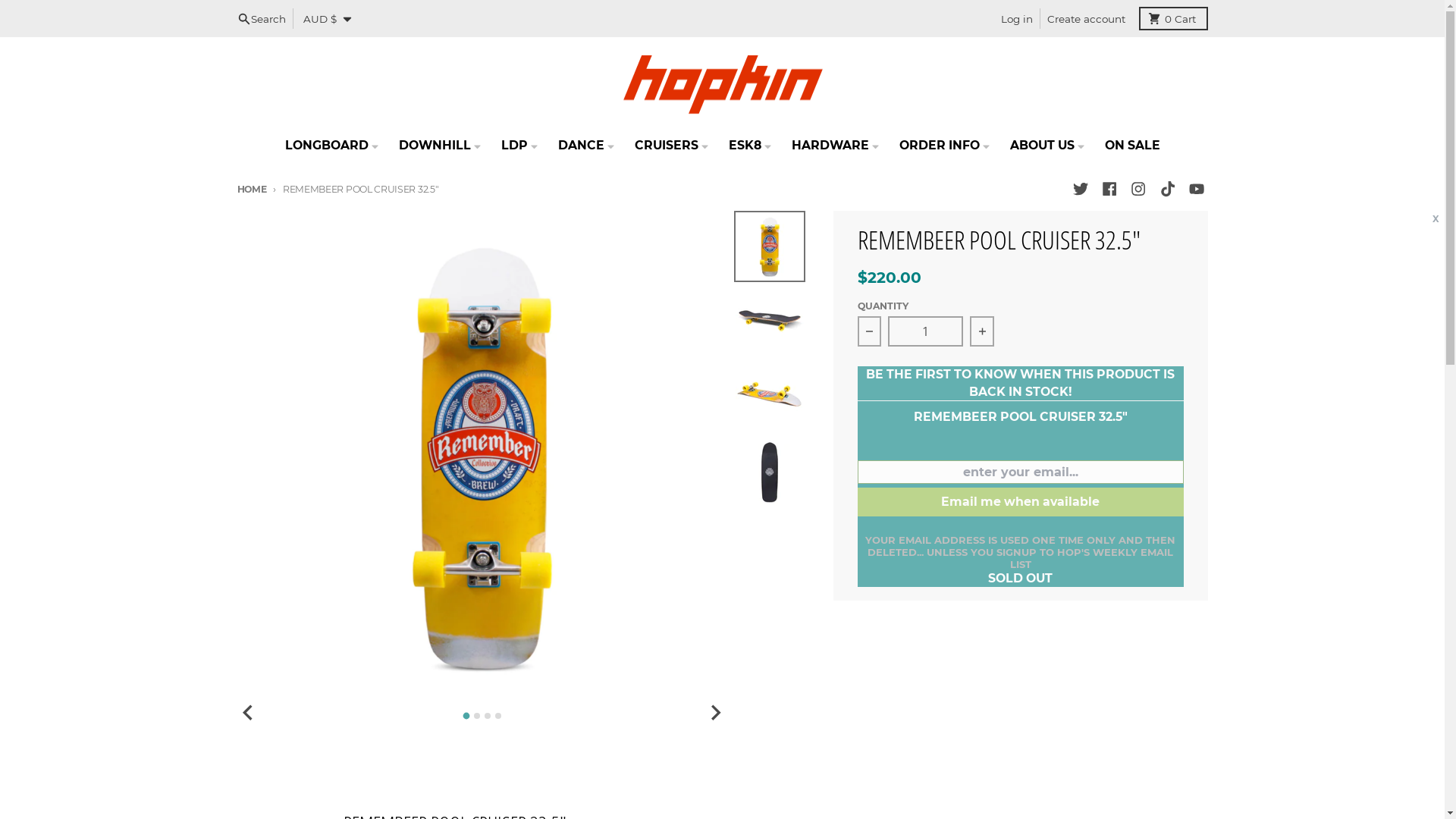 This screenshot has width=1456, height=819. Describe the element at coordinates (1195, 188) in the screenshot. I see `'YouTube - Hopkin Skate'` at that location.